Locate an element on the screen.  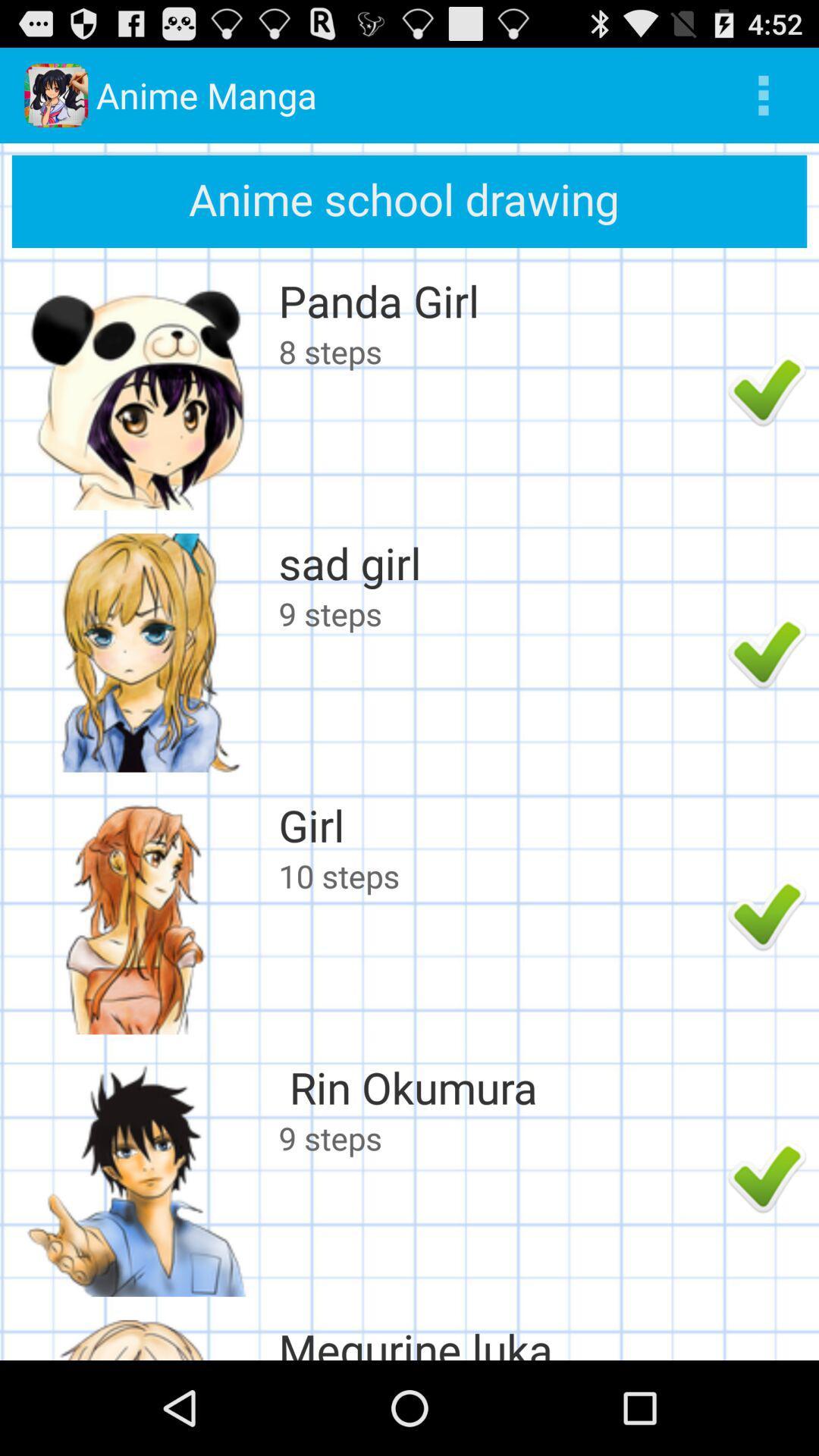
sad girl is located at coordinates (499, 562).